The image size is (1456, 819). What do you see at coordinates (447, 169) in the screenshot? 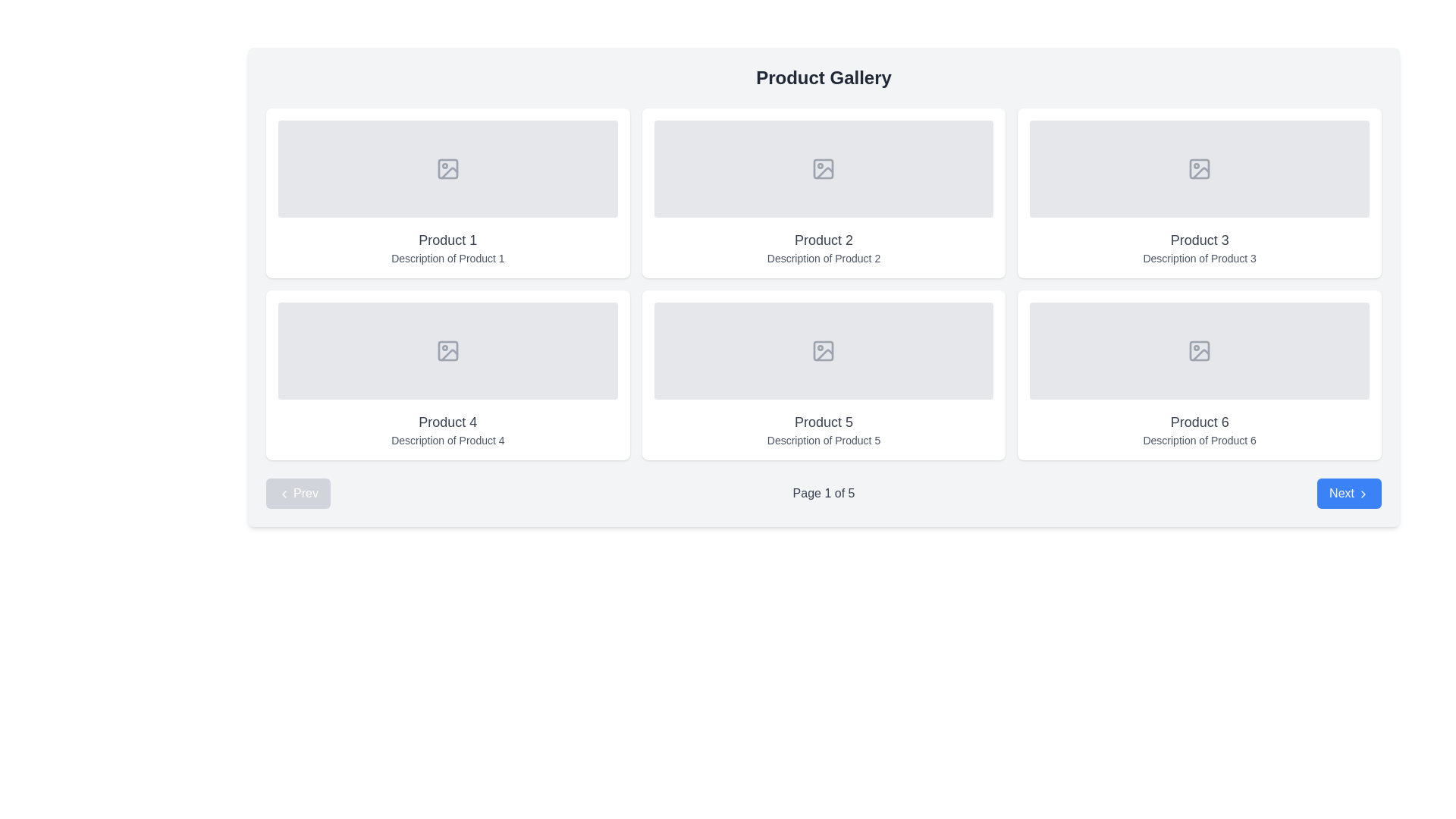
I see `the graphical representation of the primary rectangular shape within the photo icon located in the top-left card of the grid titled 'Product 1'` at bounding box center [447, 169].